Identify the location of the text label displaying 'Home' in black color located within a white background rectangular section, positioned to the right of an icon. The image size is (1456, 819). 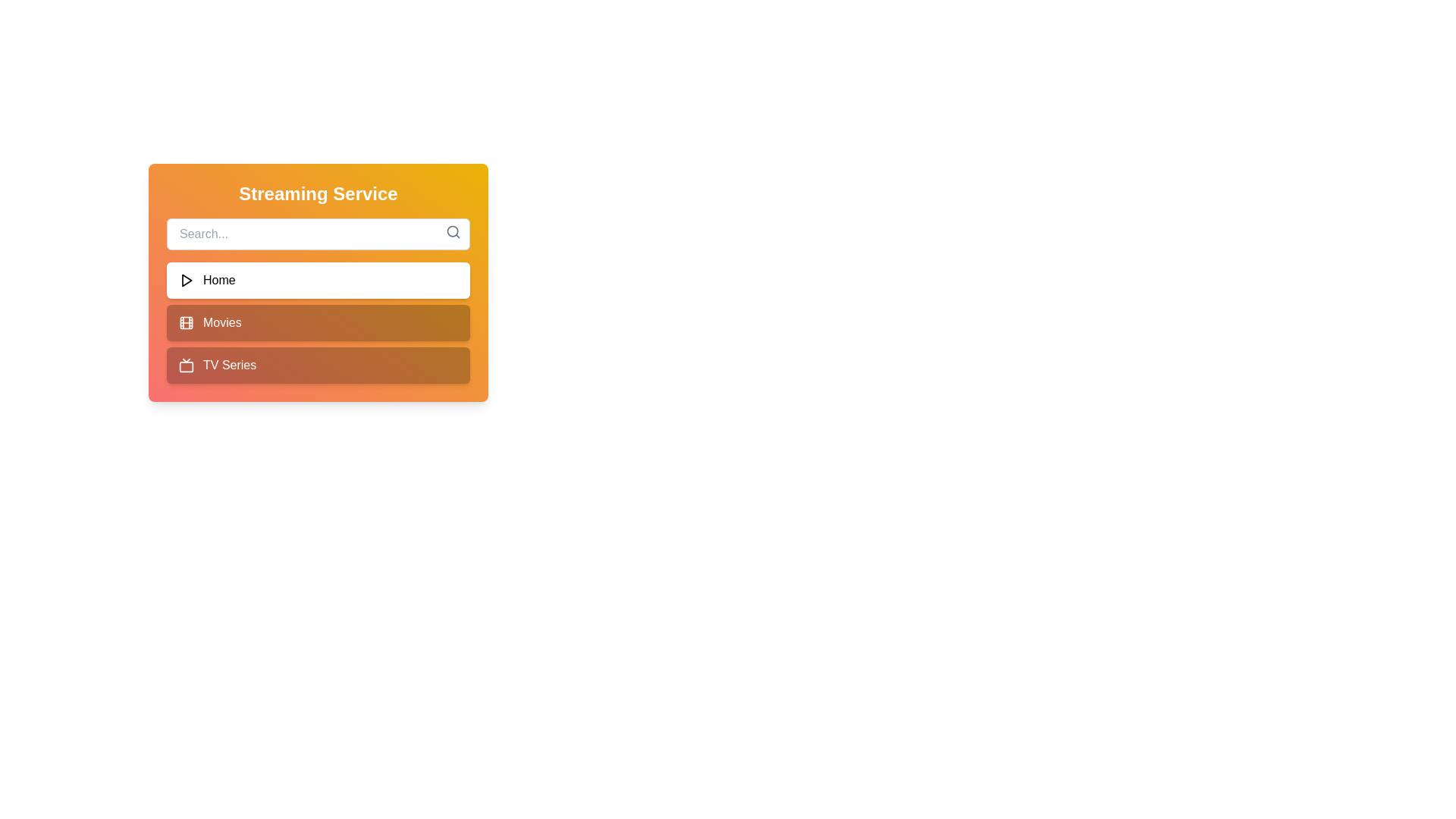
(218, 281).